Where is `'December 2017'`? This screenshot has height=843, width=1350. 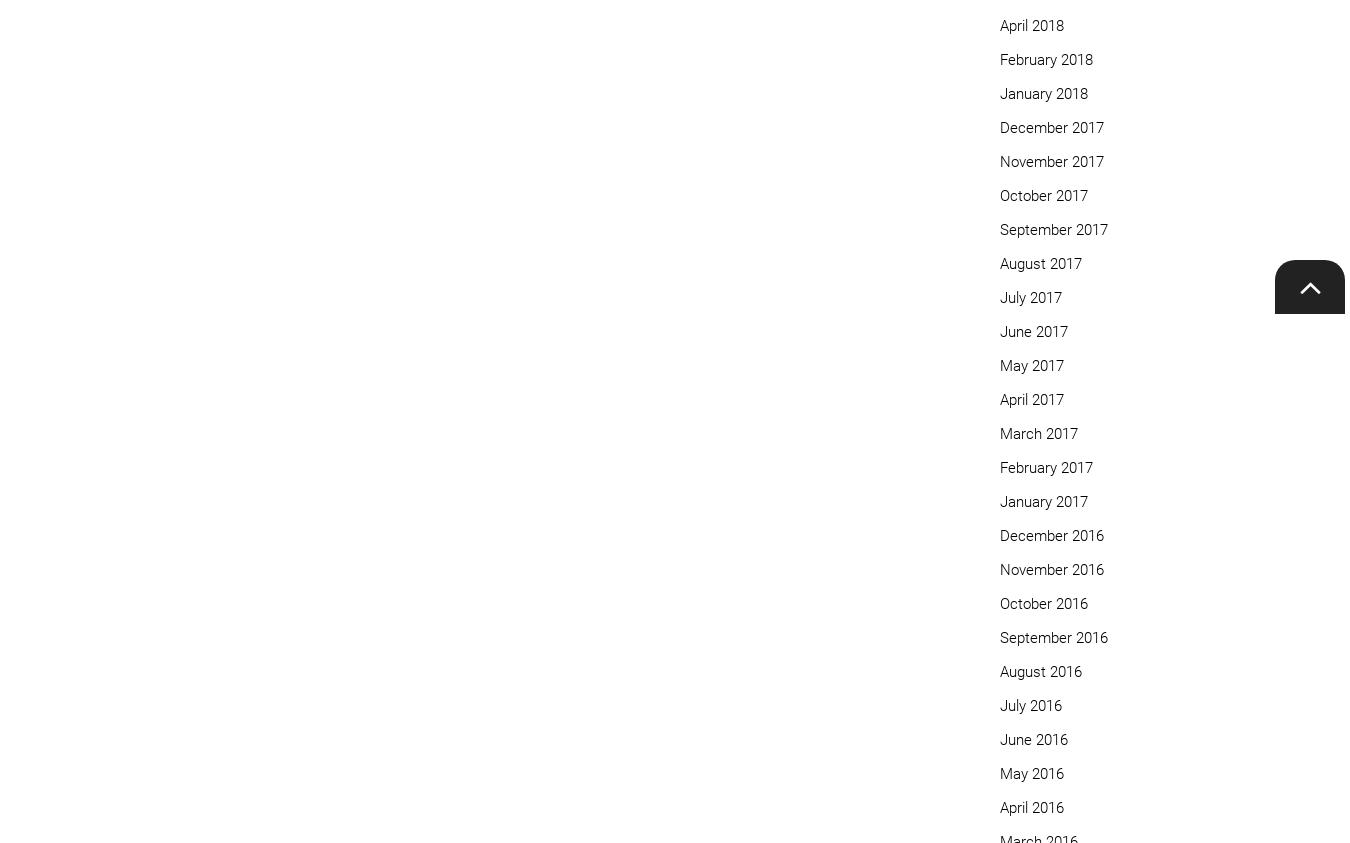 'December 2017' is located at coordinates (998, 126).